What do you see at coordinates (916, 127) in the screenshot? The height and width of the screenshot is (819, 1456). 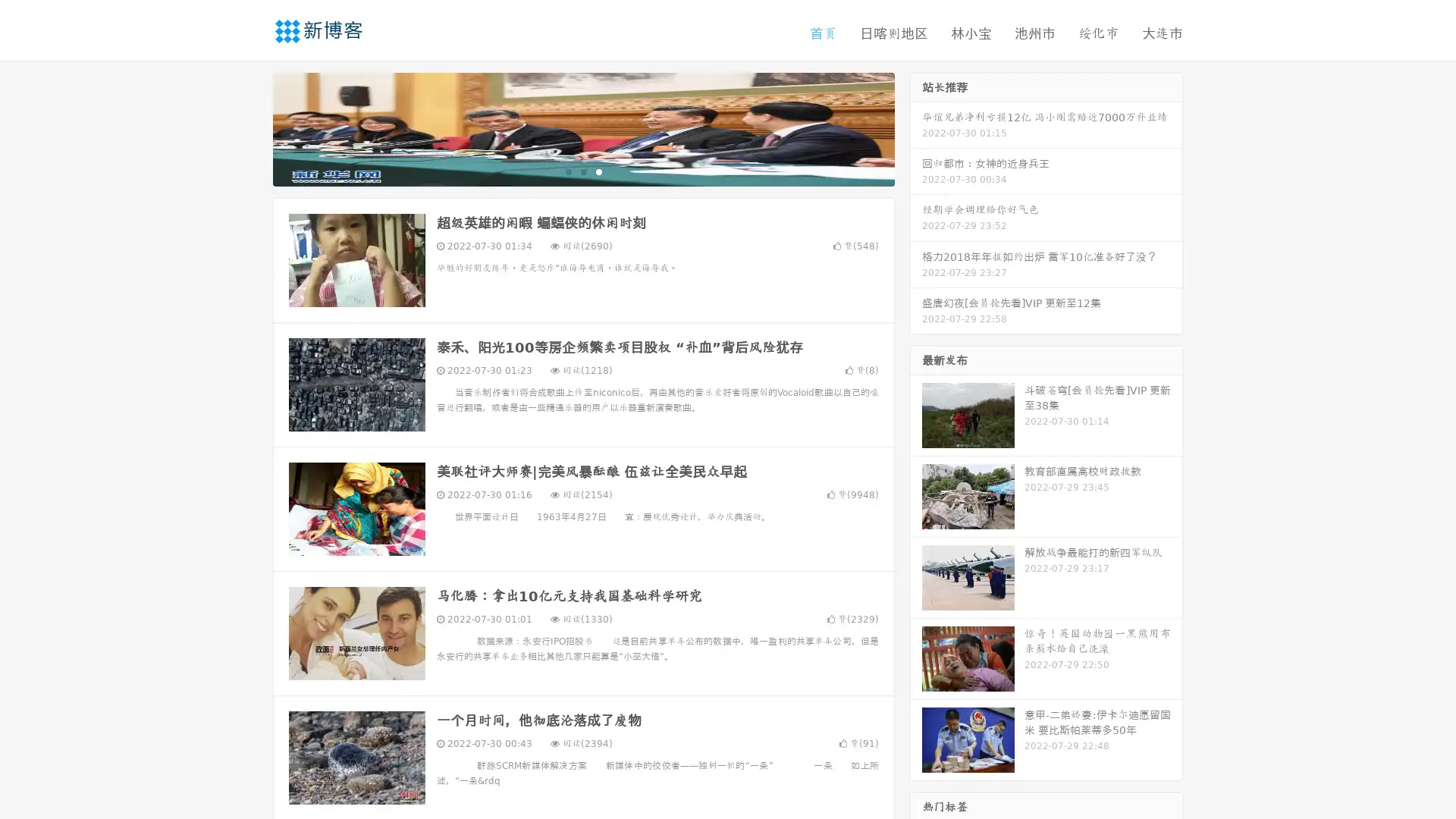 I see `Next slide` at bounding box center [916, 127].